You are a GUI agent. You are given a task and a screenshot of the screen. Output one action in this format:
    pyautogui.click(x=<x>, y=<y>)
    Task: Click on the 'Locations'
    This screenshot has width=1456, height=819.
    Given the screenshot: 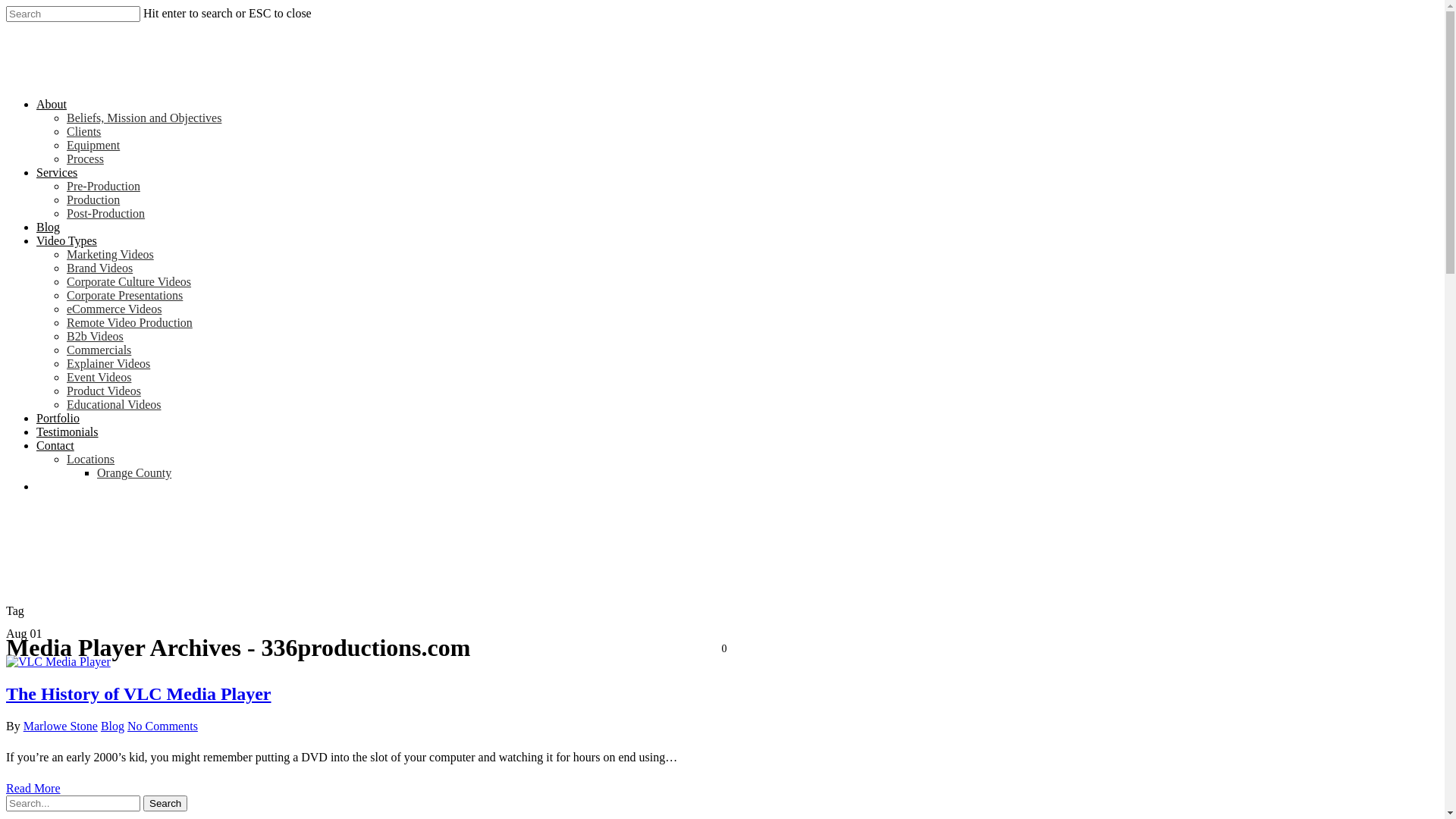 What is the action you would take?
    pyautogui.click(x=65, y=458)
    